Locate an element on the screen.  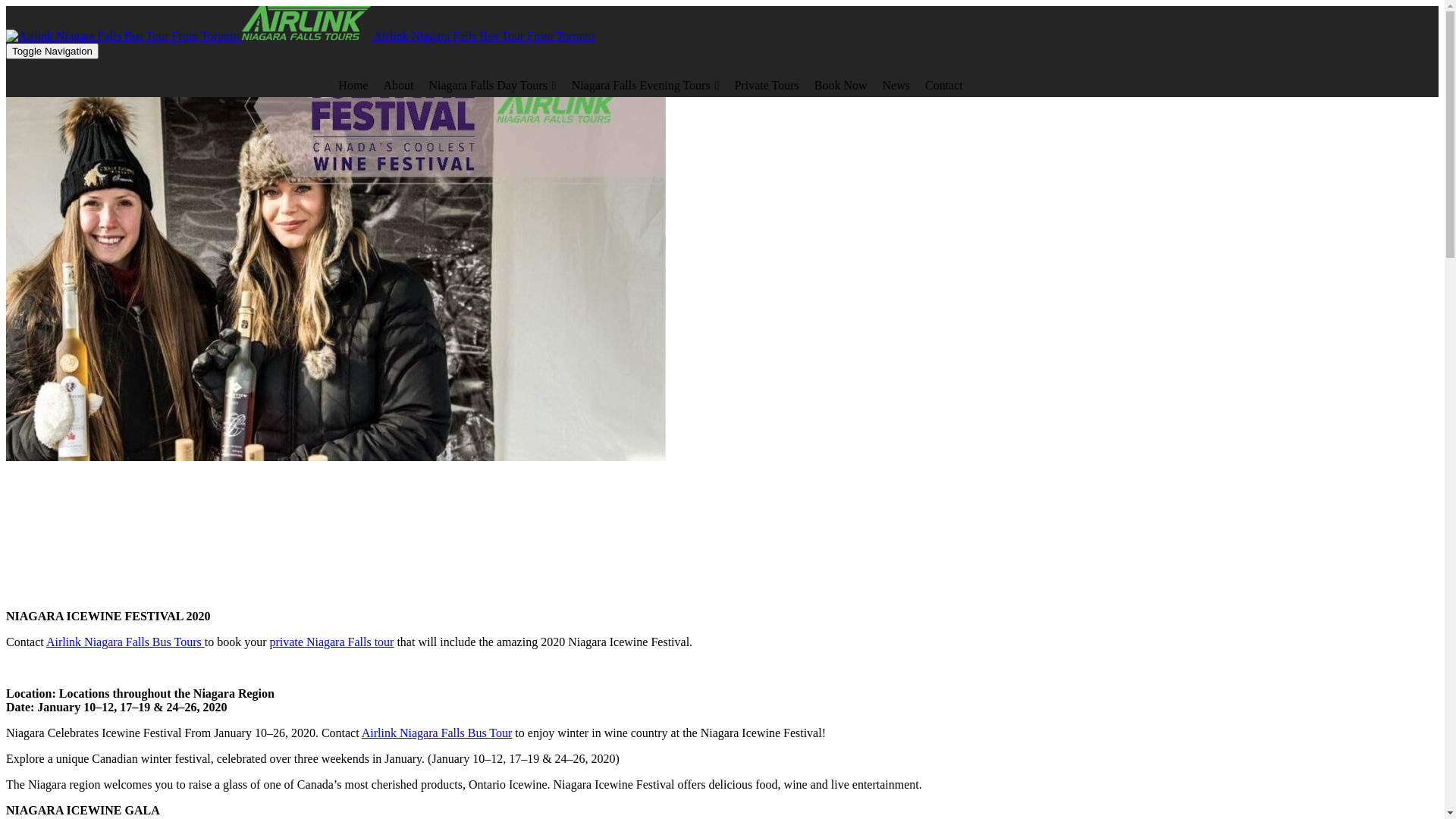
'Niagara Falls Day Tours' is located at coordinates (491, 85).